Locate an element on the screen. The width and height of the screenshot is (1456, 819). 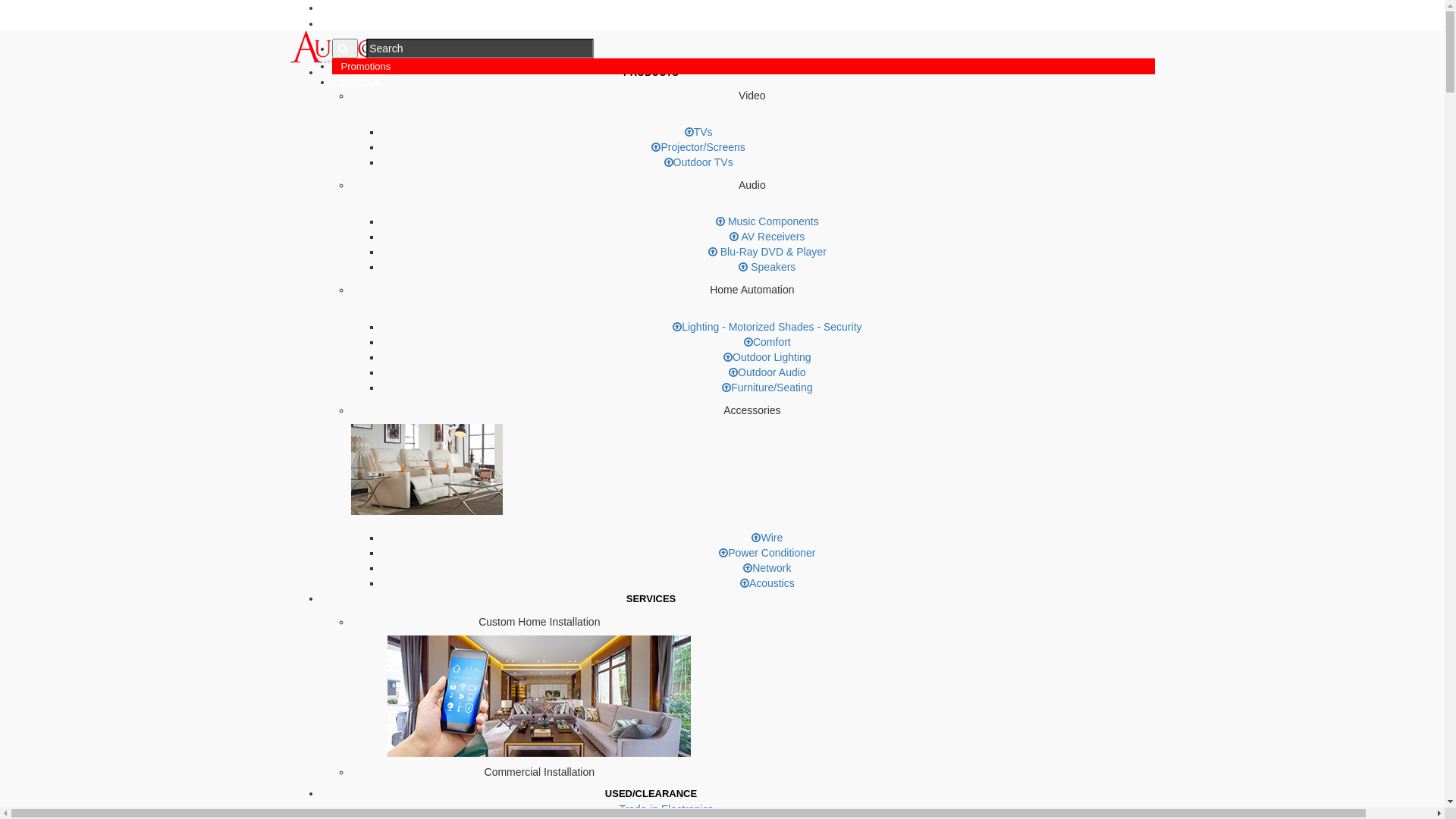
'Wire' is located at coordinates (767, 537).